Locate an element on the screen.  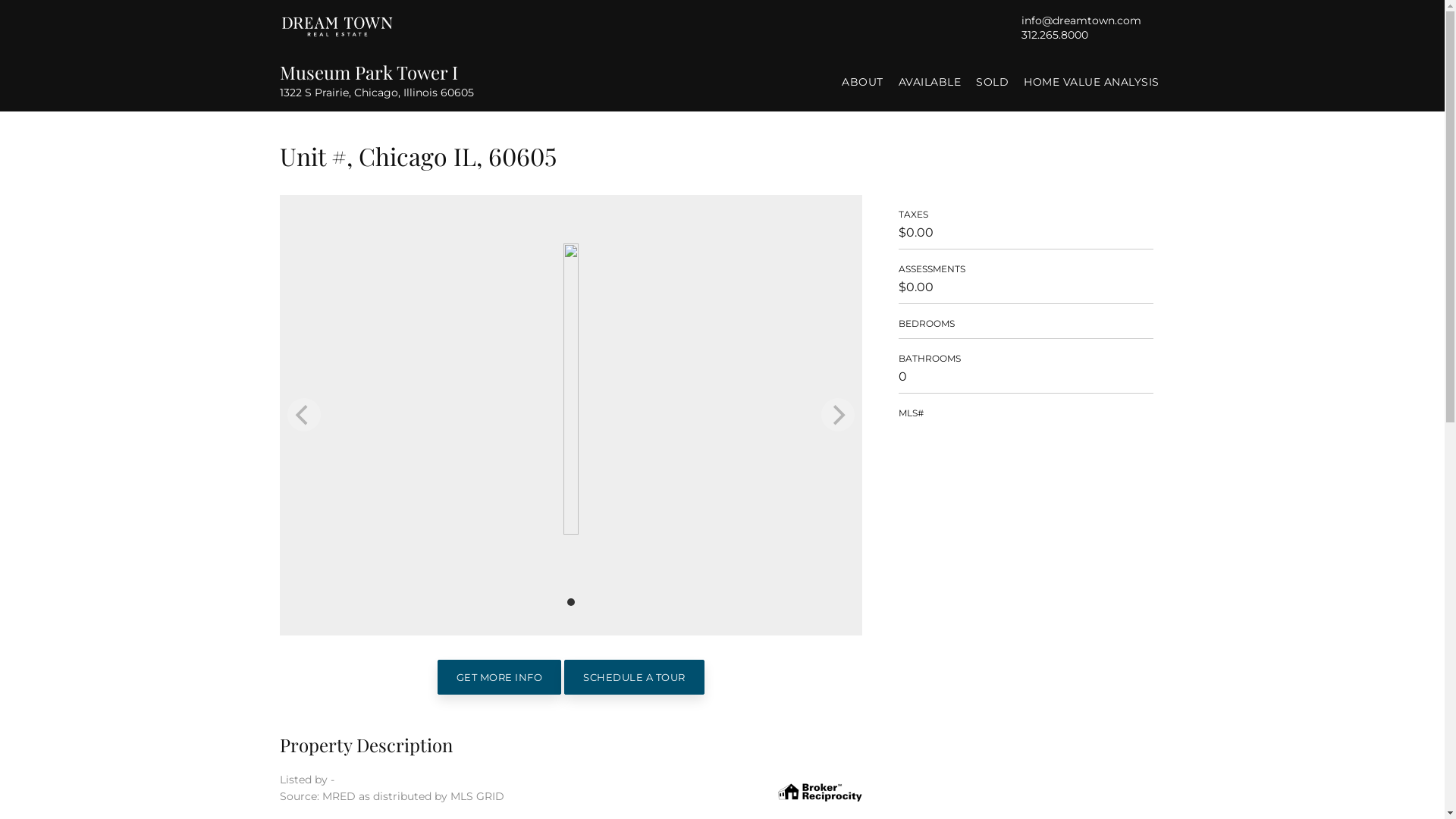
'HOME VALUE ANALYSIS' is located at coordinates (1018, 82).